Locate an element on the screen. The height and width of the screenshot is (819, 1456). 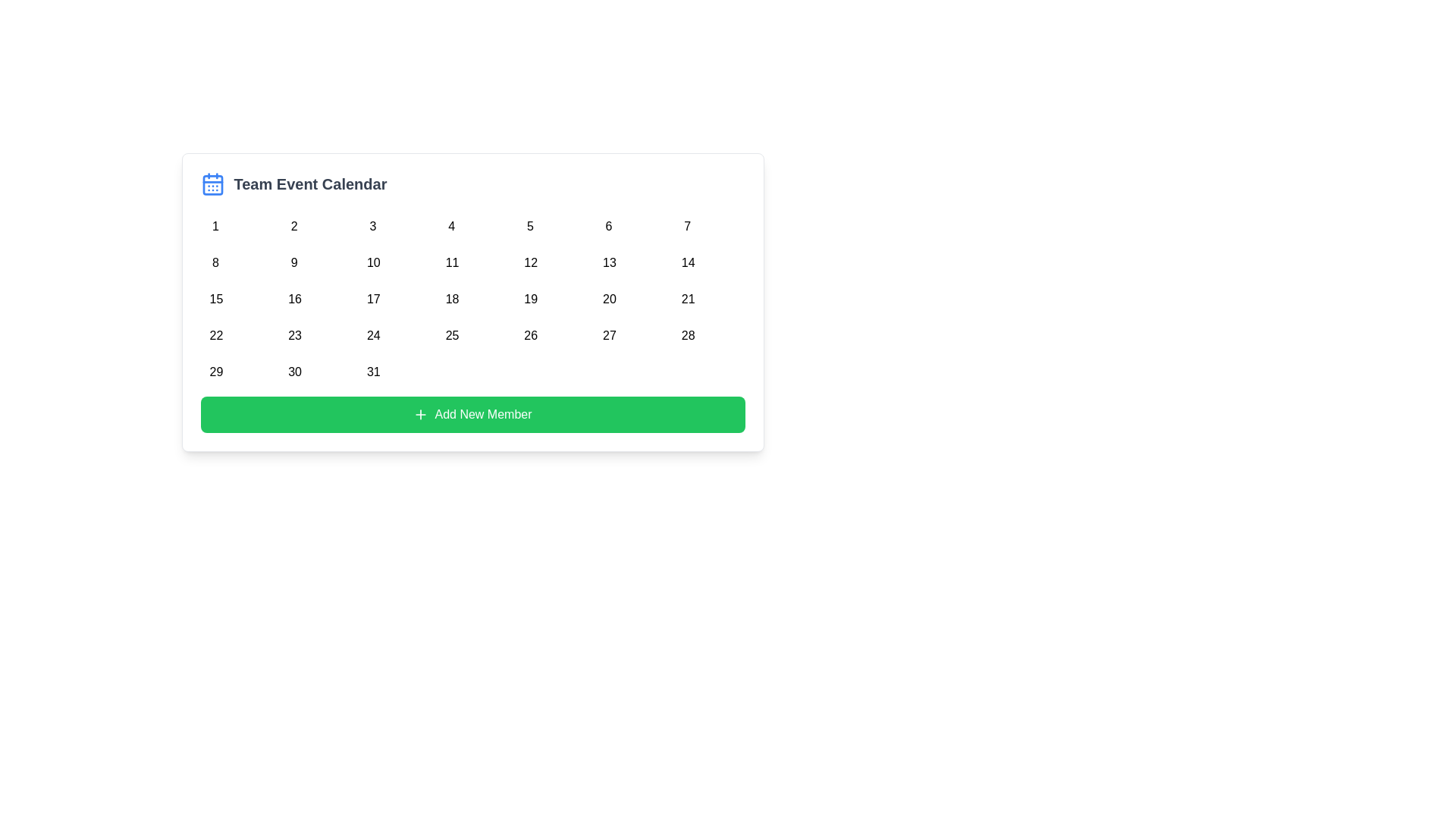
the square-shaped button labeled '20' in the calendar grid is located at coordinates (609, 296).